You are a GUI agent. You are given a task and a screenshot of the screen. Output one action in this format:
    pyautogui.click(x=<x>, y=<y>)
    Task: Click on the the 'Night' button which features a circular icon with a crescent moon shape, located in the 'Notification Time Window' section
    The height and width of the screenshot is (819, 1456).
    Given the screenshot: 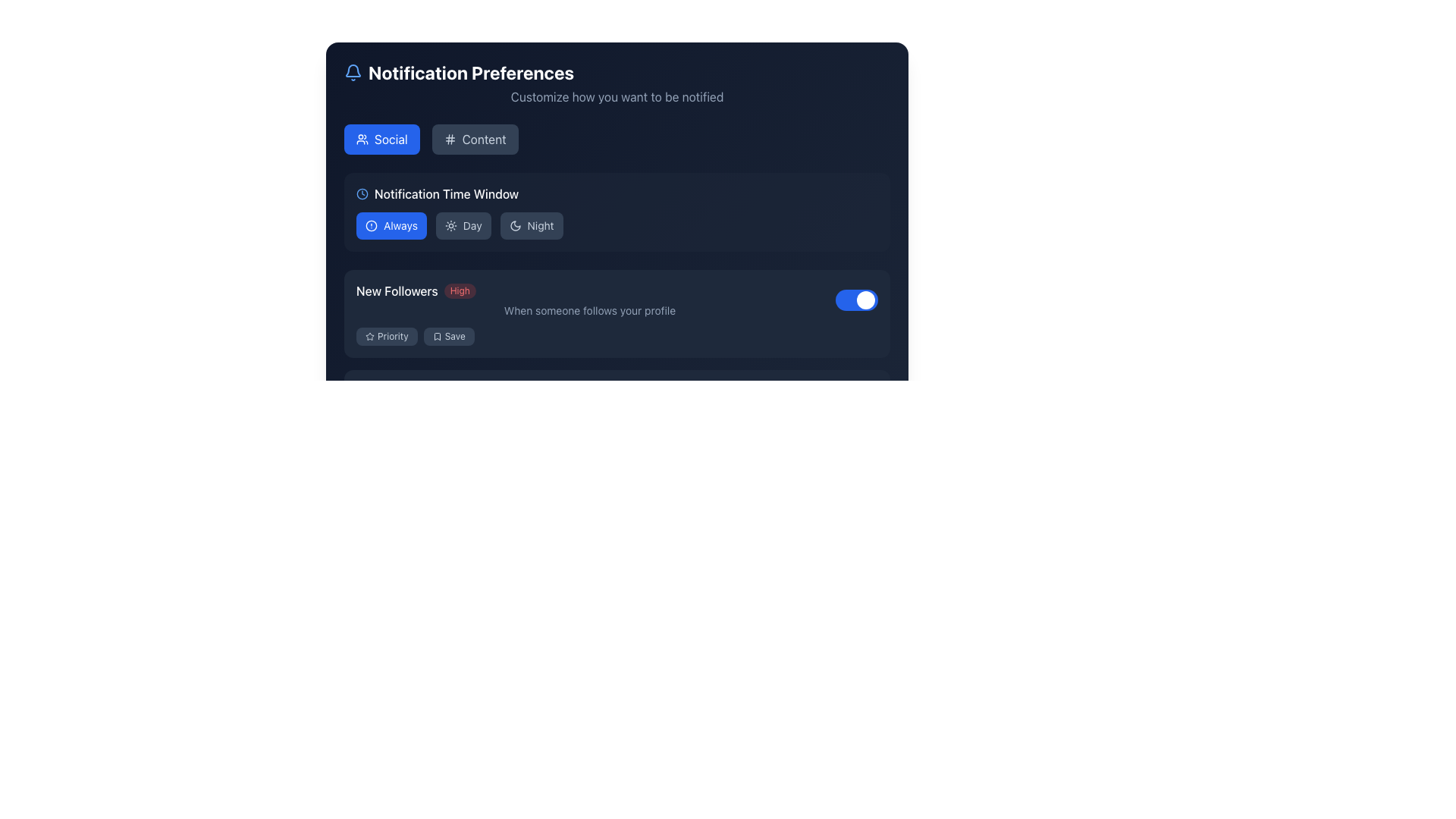 What is the action you would take?
    pyautogui.click(x=515, y=225)
    